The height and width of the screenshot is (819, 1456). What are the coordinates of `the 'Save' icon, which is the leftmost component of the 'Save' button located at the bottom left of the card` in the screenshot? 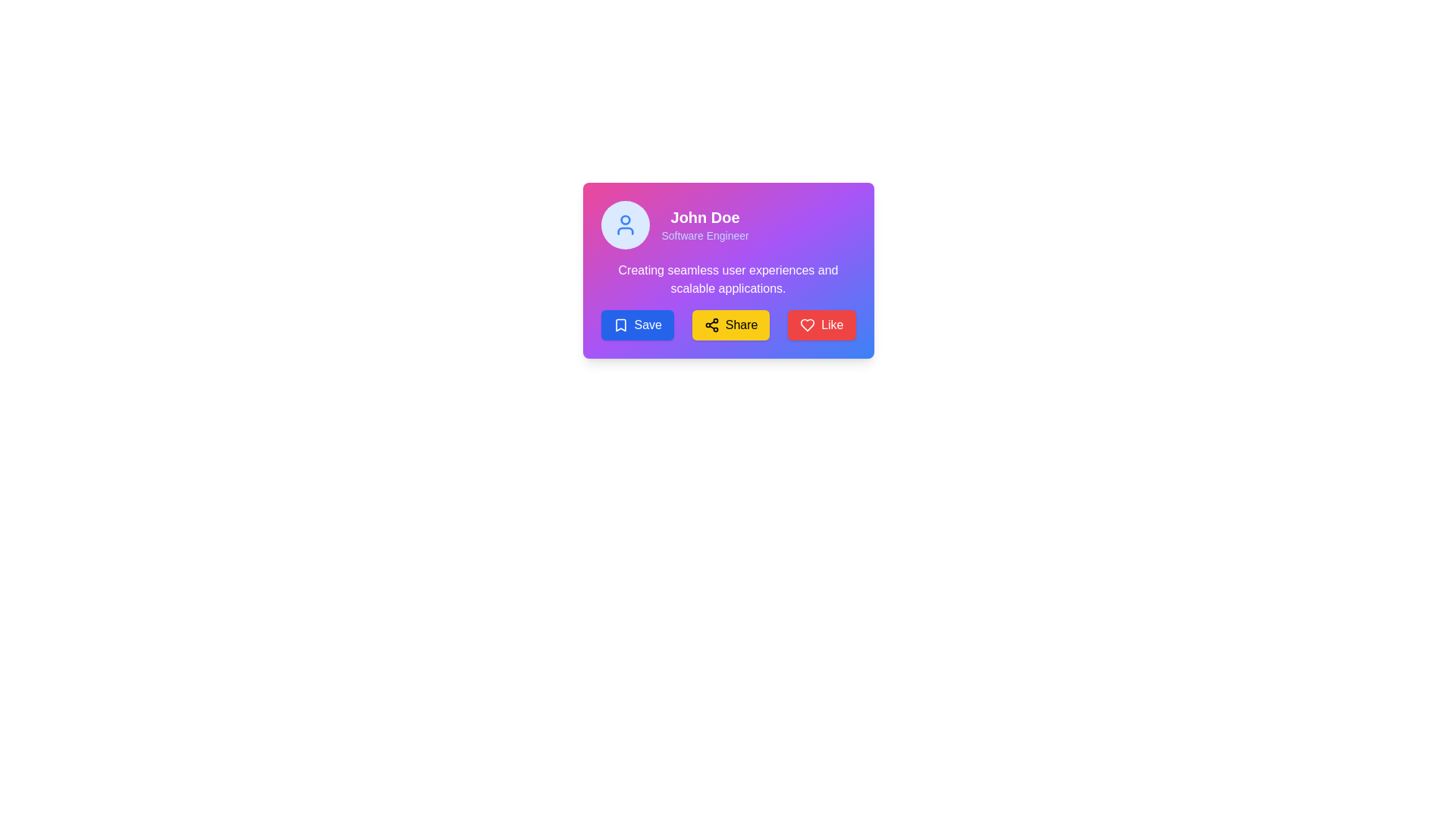 It's located at (620, 324).